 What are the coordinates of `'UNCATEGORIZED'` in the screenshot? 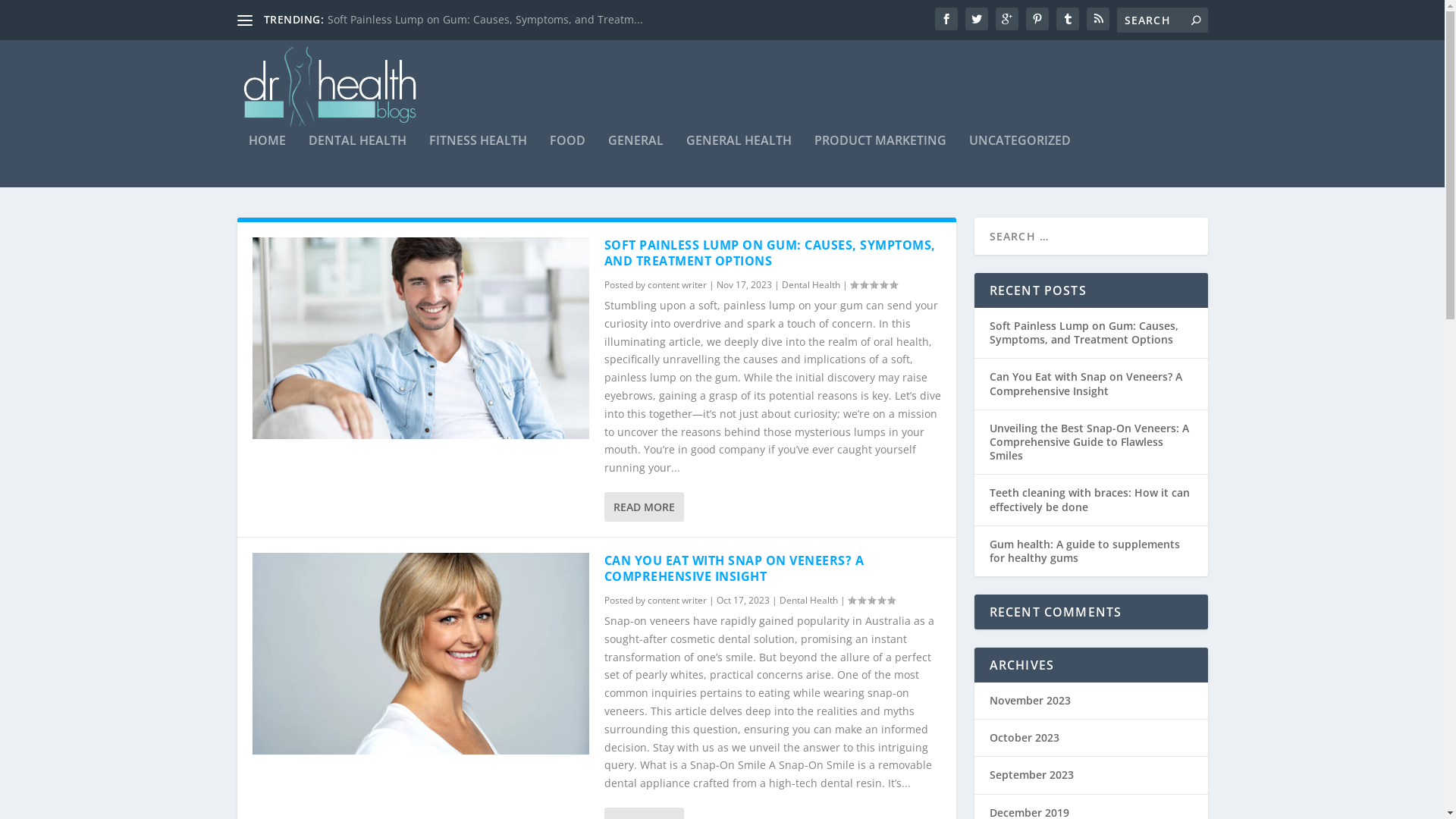 It's located at (968, 161).